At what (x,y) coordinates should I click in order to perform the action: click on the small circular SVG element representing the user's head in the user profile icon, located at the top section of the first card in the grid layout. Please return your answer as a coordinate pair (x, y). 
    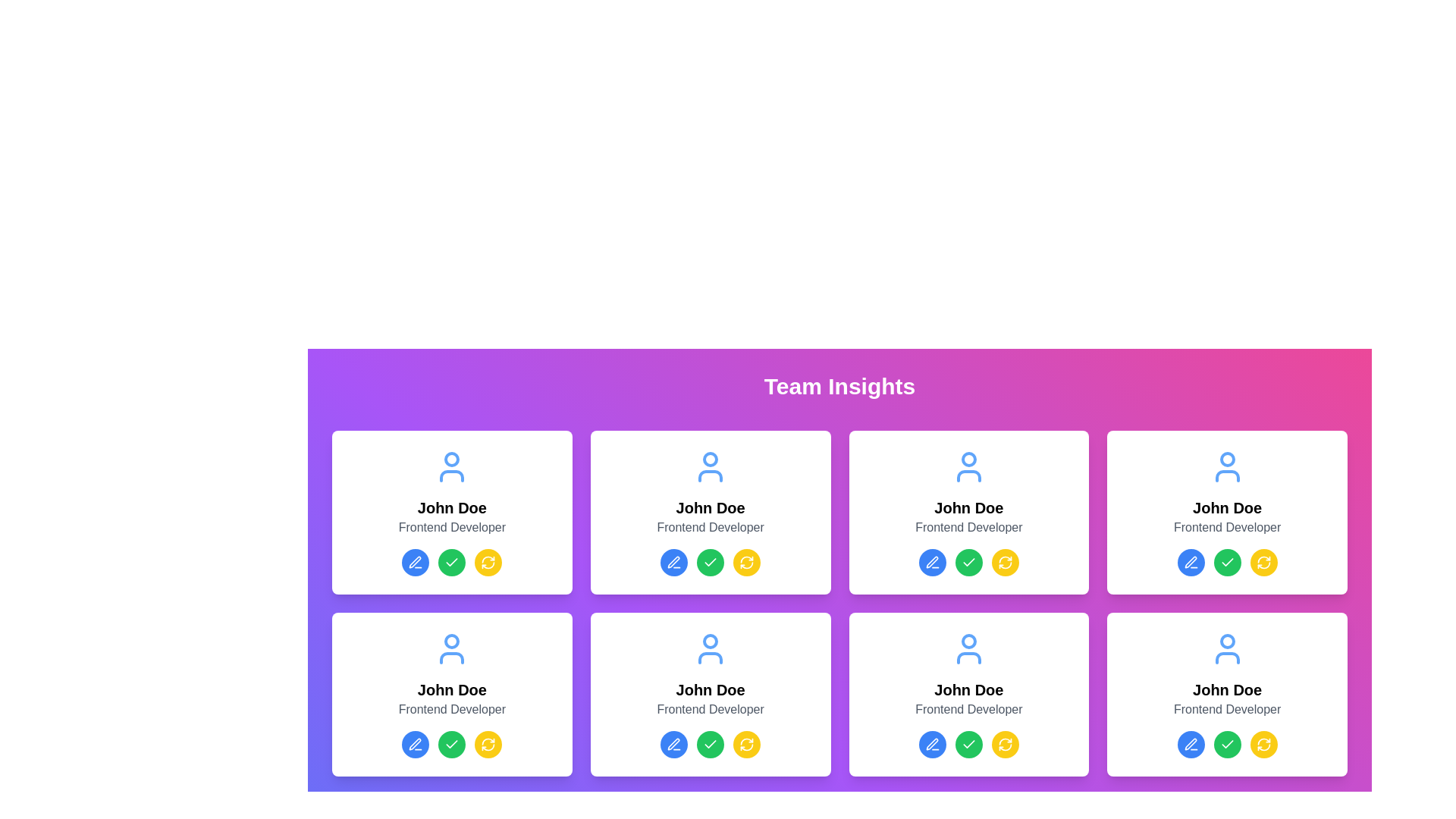
    Looking at the image, I should click on (451, 458).